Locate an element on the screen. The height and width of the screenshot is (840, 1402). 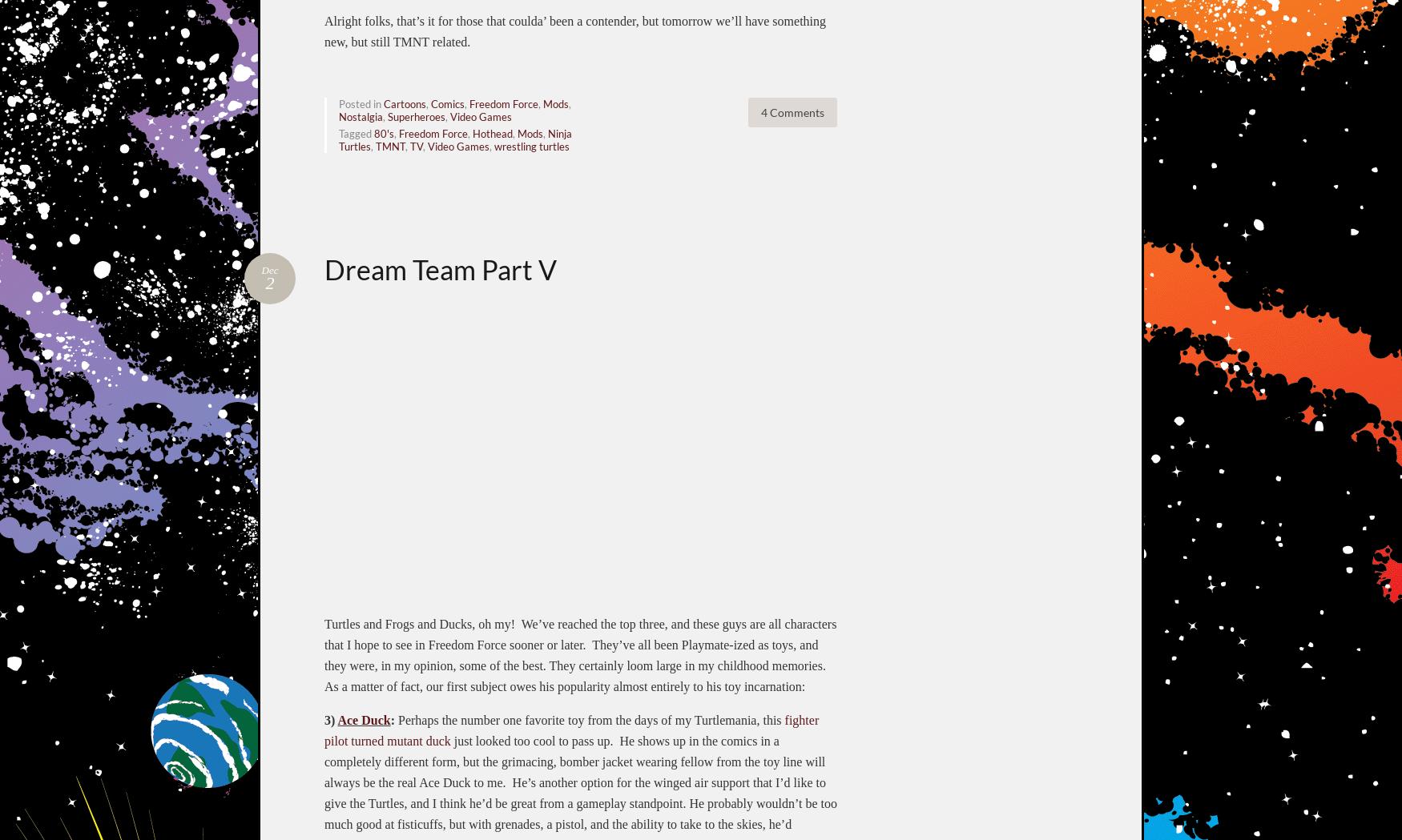
'Posted in' is located at coordinates (361, 103).